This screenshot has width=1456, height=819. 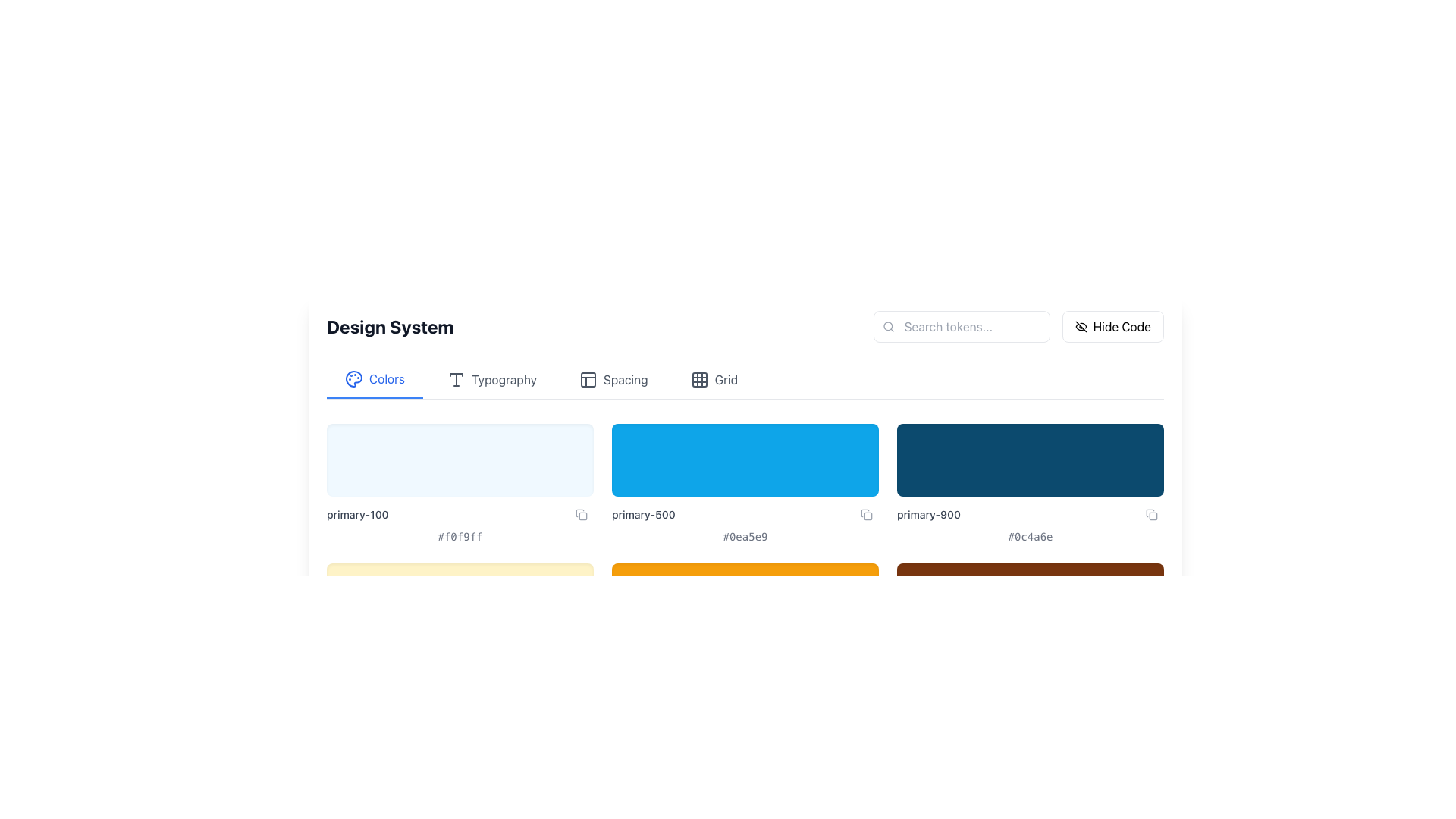 What do you see at coordinates (581, 513) in the screenshot?
I see `the copy command button icon located towards the top area of the interface` at bounding box center [581, 513].